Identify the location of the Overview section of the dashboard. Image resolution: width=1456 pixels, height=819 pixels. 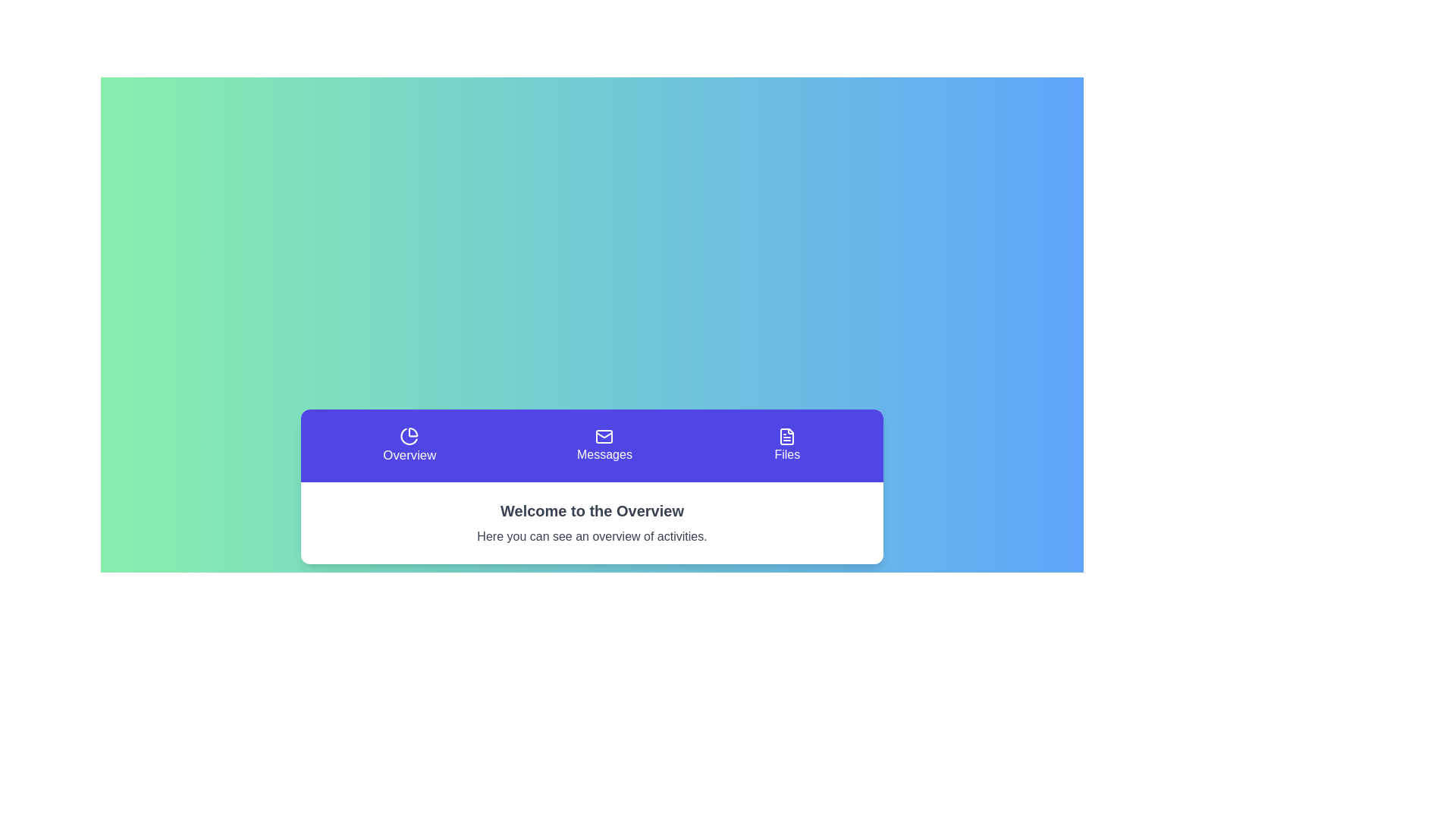
(409, 444).